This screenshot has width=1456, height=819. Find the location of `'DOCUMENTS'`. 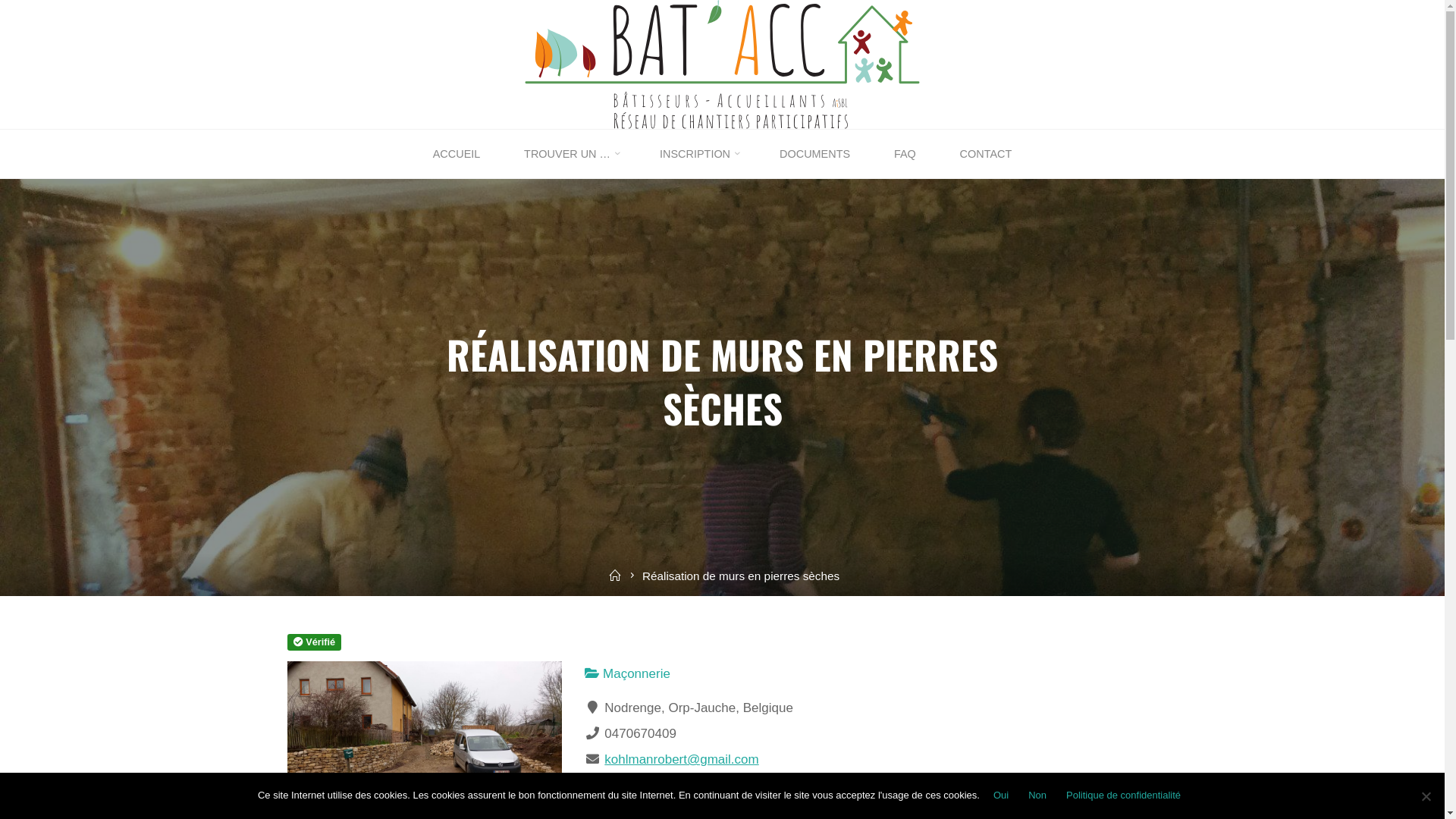

'DOCUMENTS' is located at coordinates (814, 154).